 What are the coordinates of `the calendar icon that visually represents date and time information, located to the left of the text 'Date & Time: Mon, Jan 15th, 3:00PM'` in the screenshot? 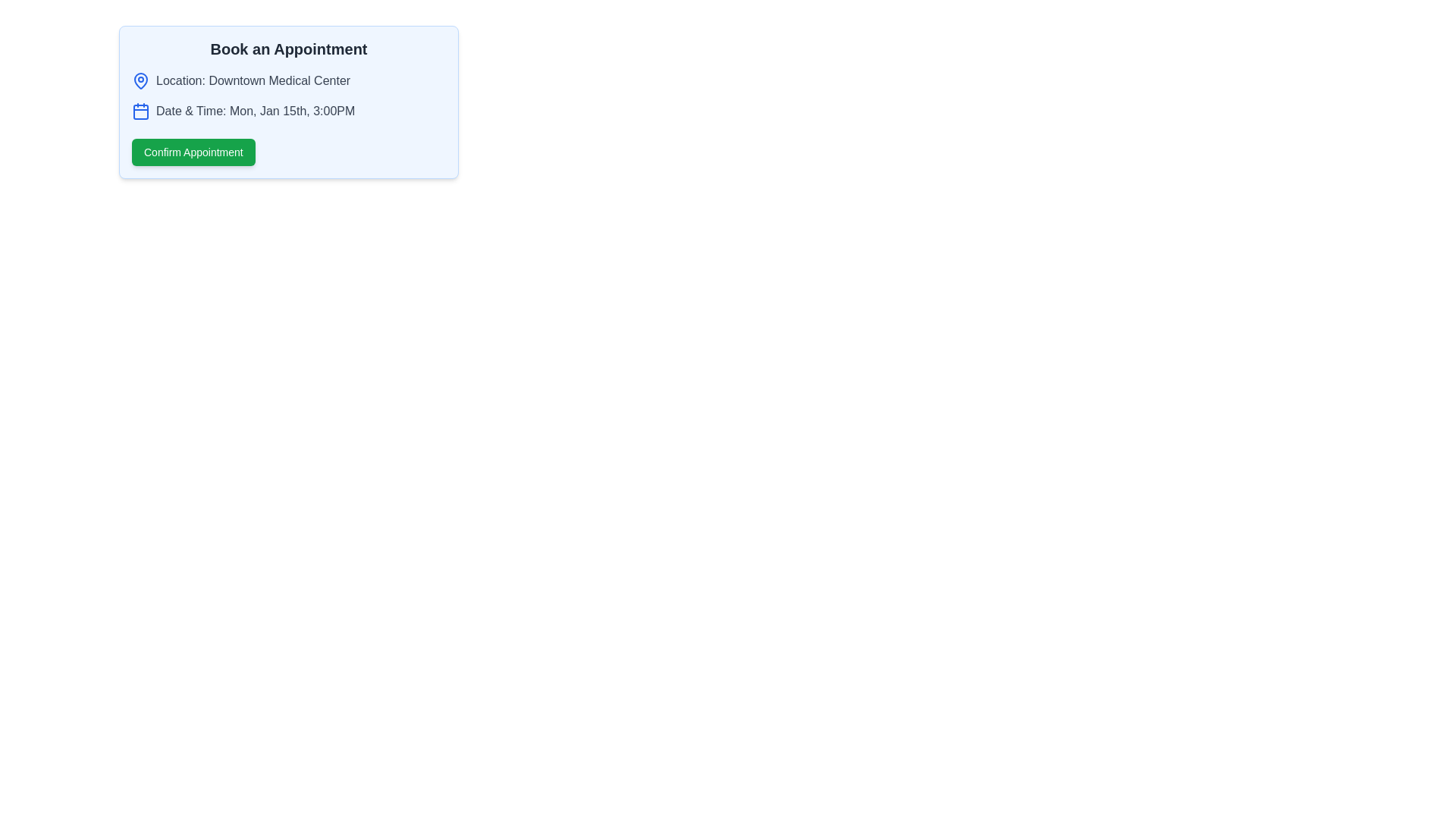 It's located at (141, 110).